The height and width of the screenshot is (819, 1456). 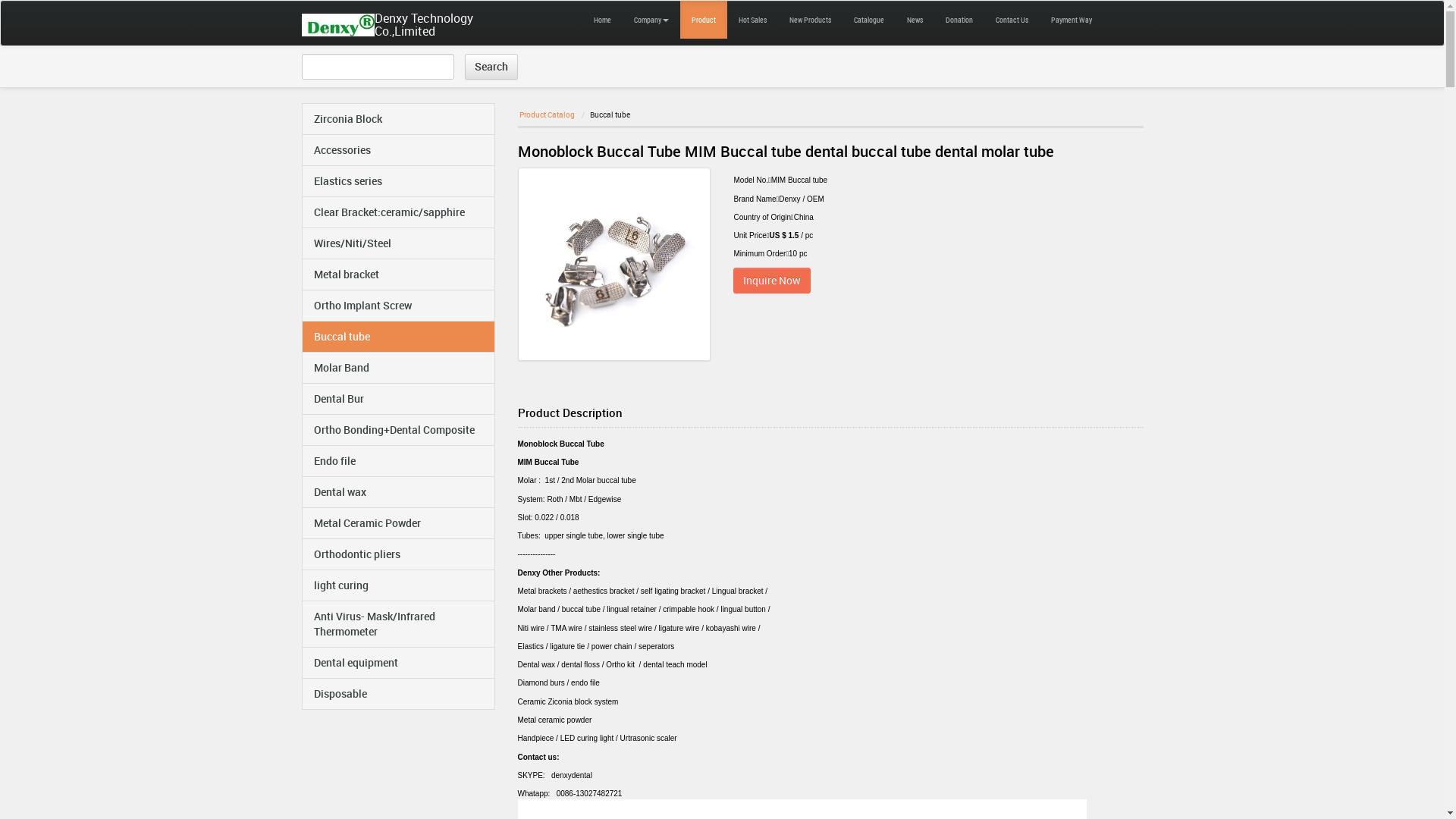 I want to click on 'Ortho Bonding+Dental Composite', so click(x=397, y=430).